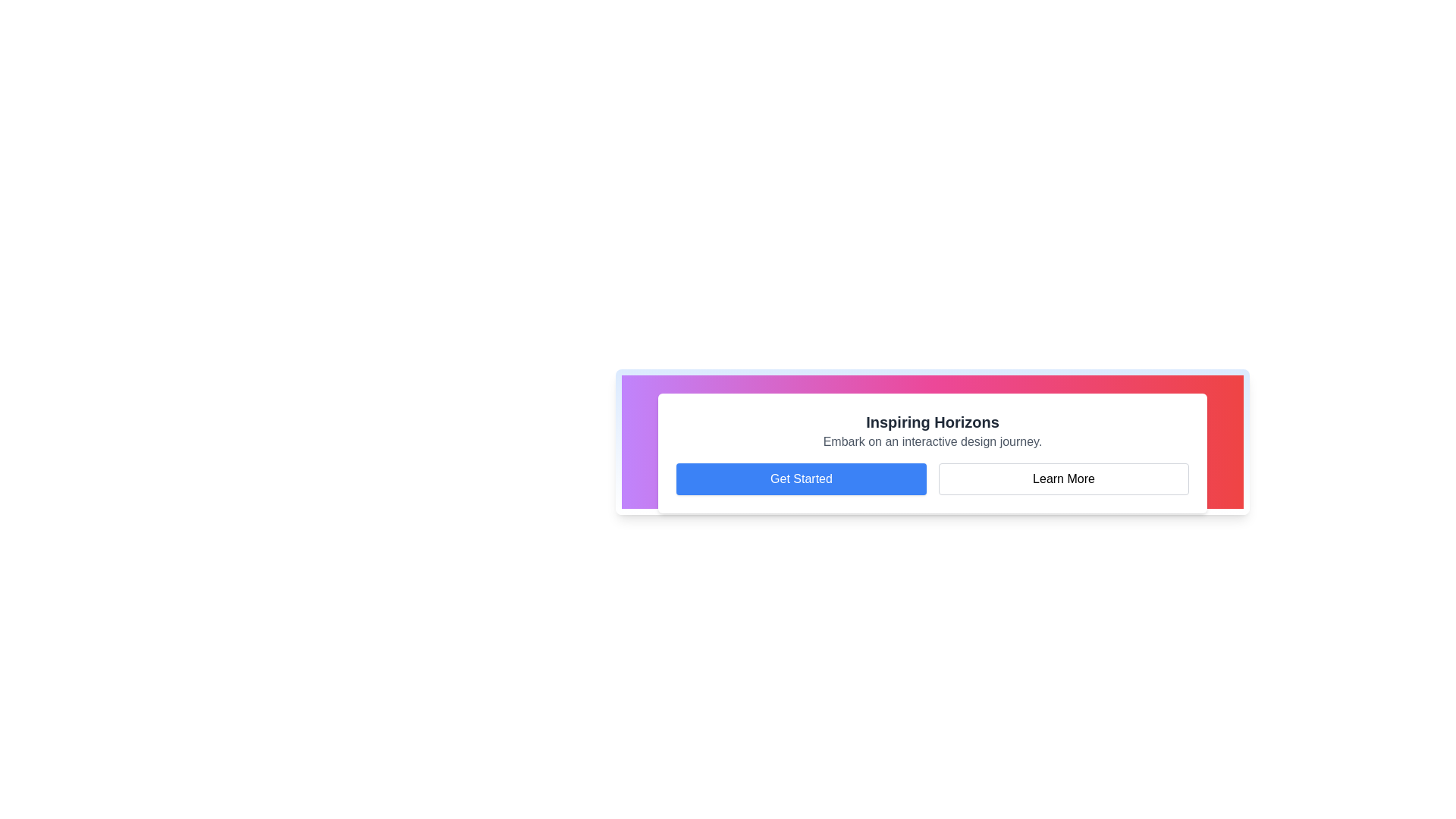 The image size is (1456, 819). I want to click on text display that serves as the title or heading for the section, positioned above the subtitle 'Embark on an interactive design journey.' and the buttons 'Get Started' and 'Learn More', so click(931, 422).